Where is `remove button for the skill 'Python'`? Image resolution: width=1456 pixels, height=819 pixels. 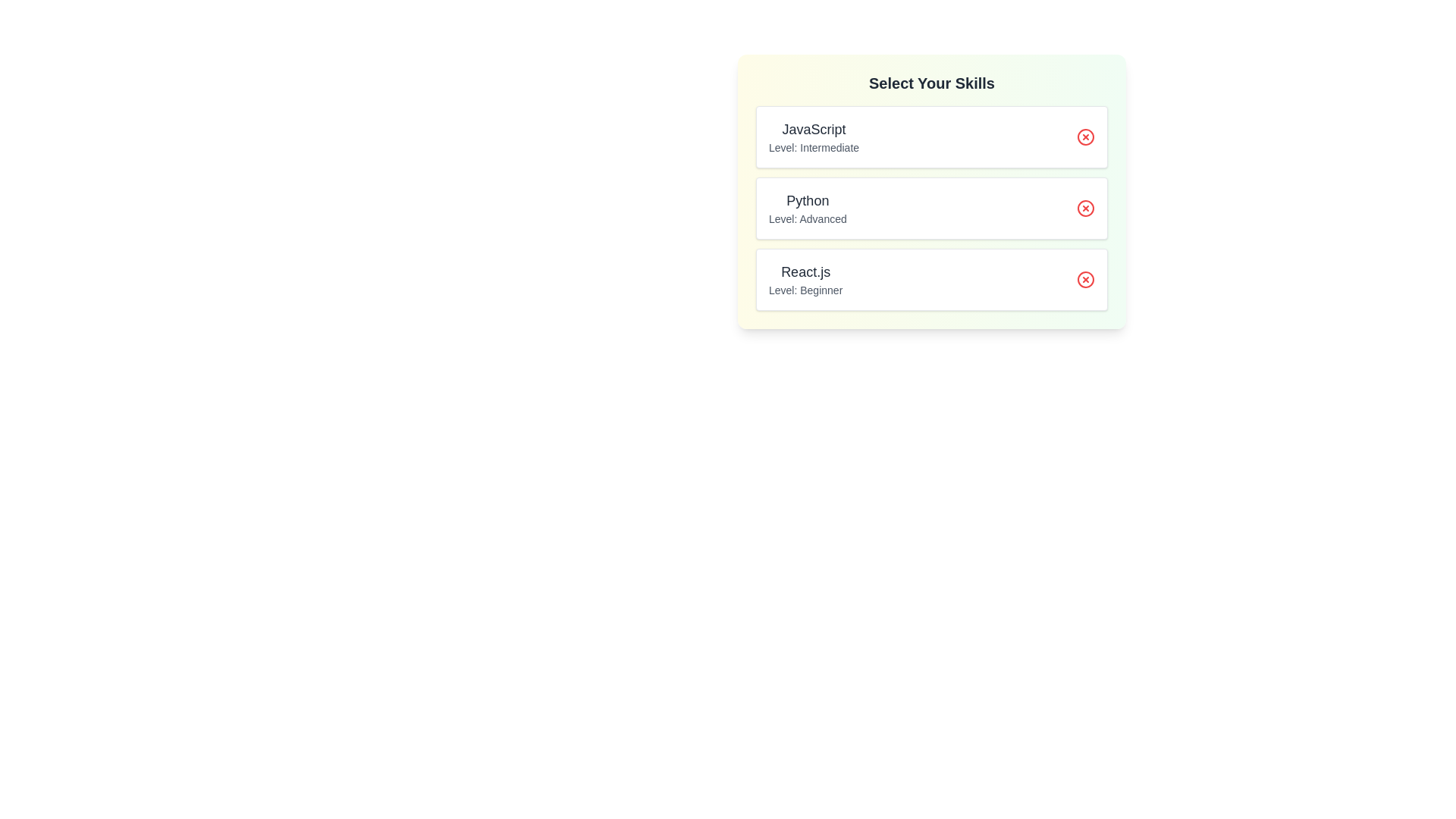
remove button for the skill 'Python' is located at coordinates (1084, 208).